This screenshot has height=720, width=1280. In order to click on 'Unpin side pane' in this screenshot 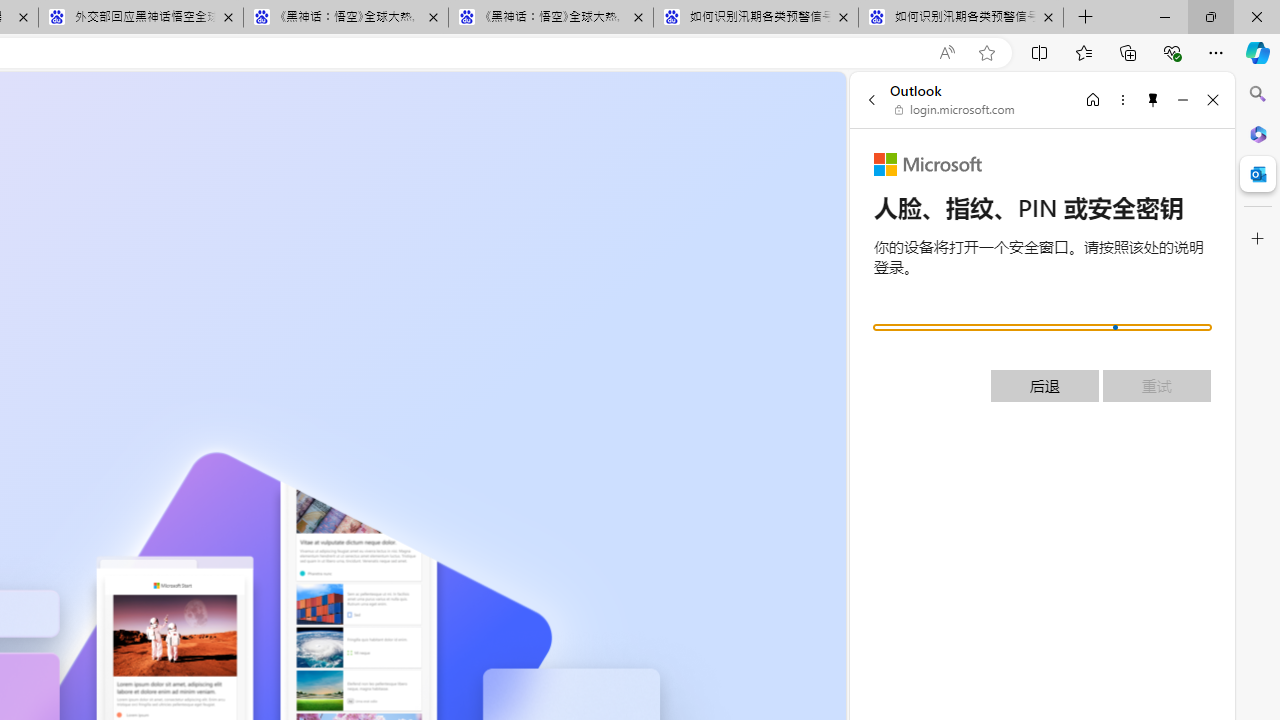, I will do `click(1153, 99)`.